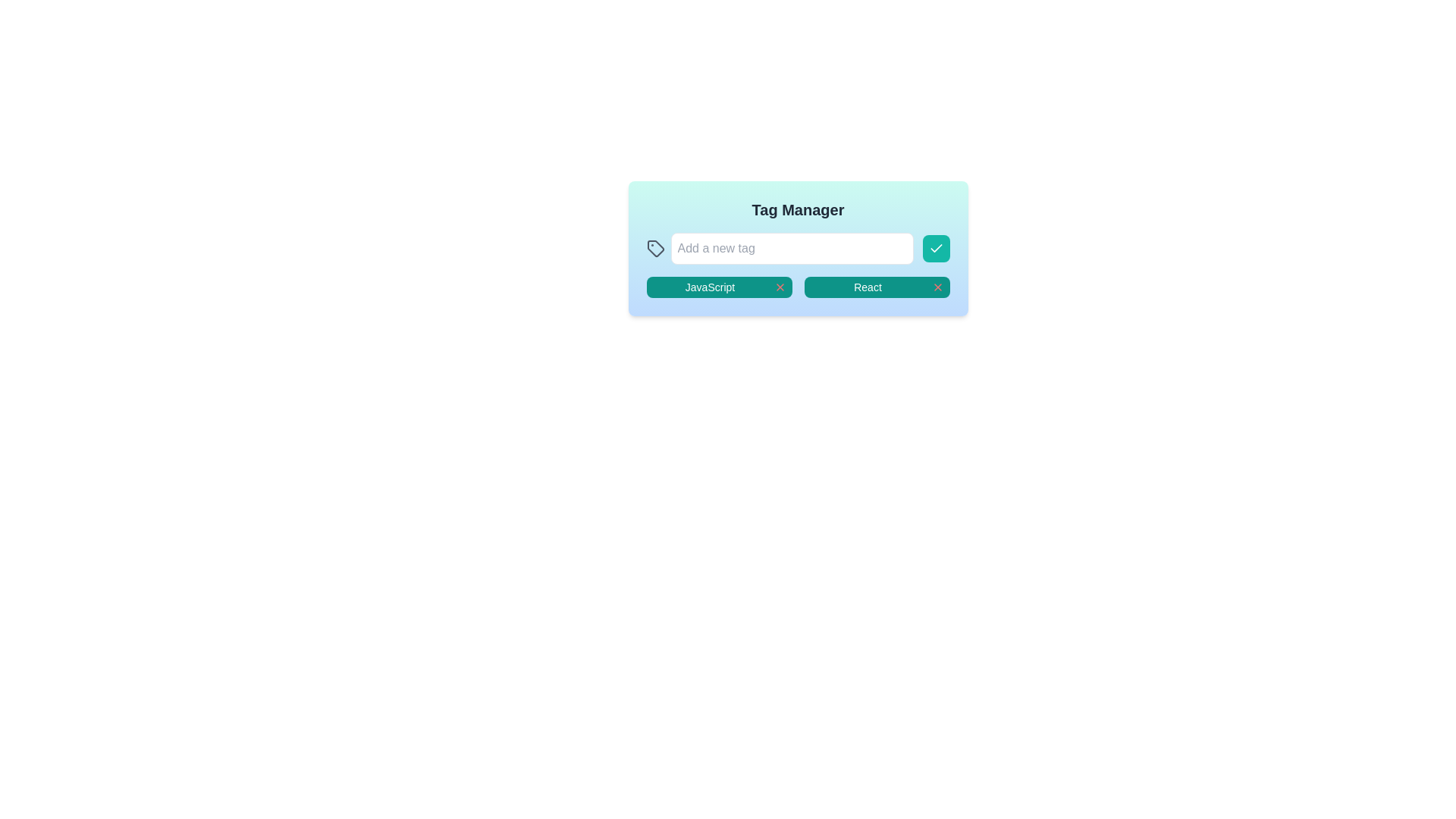 The width and height of the screenshot is (1456, 819). What do you see at coordinates (709, 287) in the screenshot?
I see `text 'JavaScript' from the Label element displaying it in a small font on a deep teal green background in the Tag Manager interface` at bounding box center [709, 287].